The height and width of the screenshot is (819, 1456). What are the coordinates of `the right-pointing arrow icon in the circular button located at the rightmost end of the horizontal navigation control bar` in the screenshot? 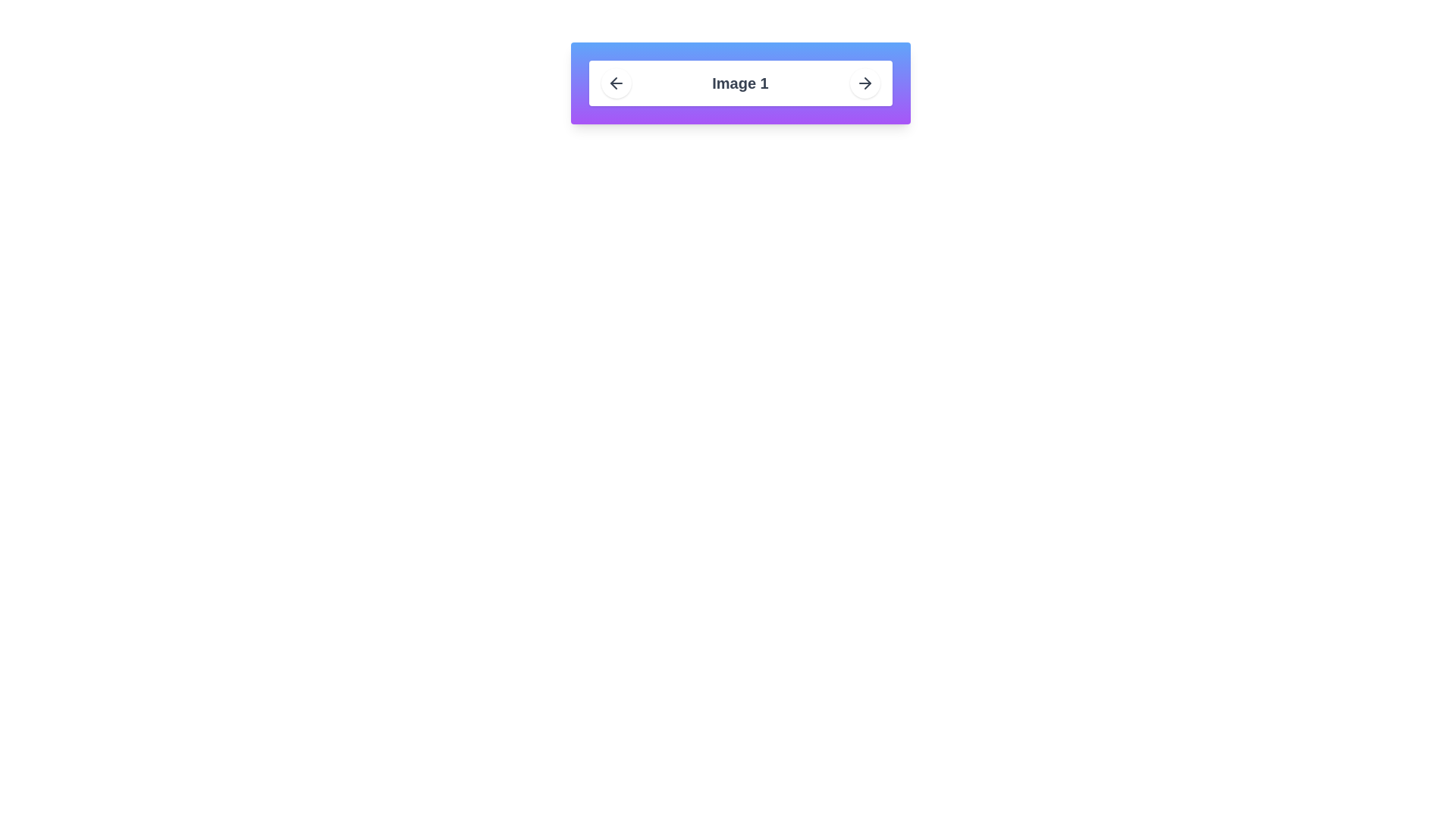 It's located at (864, 83).